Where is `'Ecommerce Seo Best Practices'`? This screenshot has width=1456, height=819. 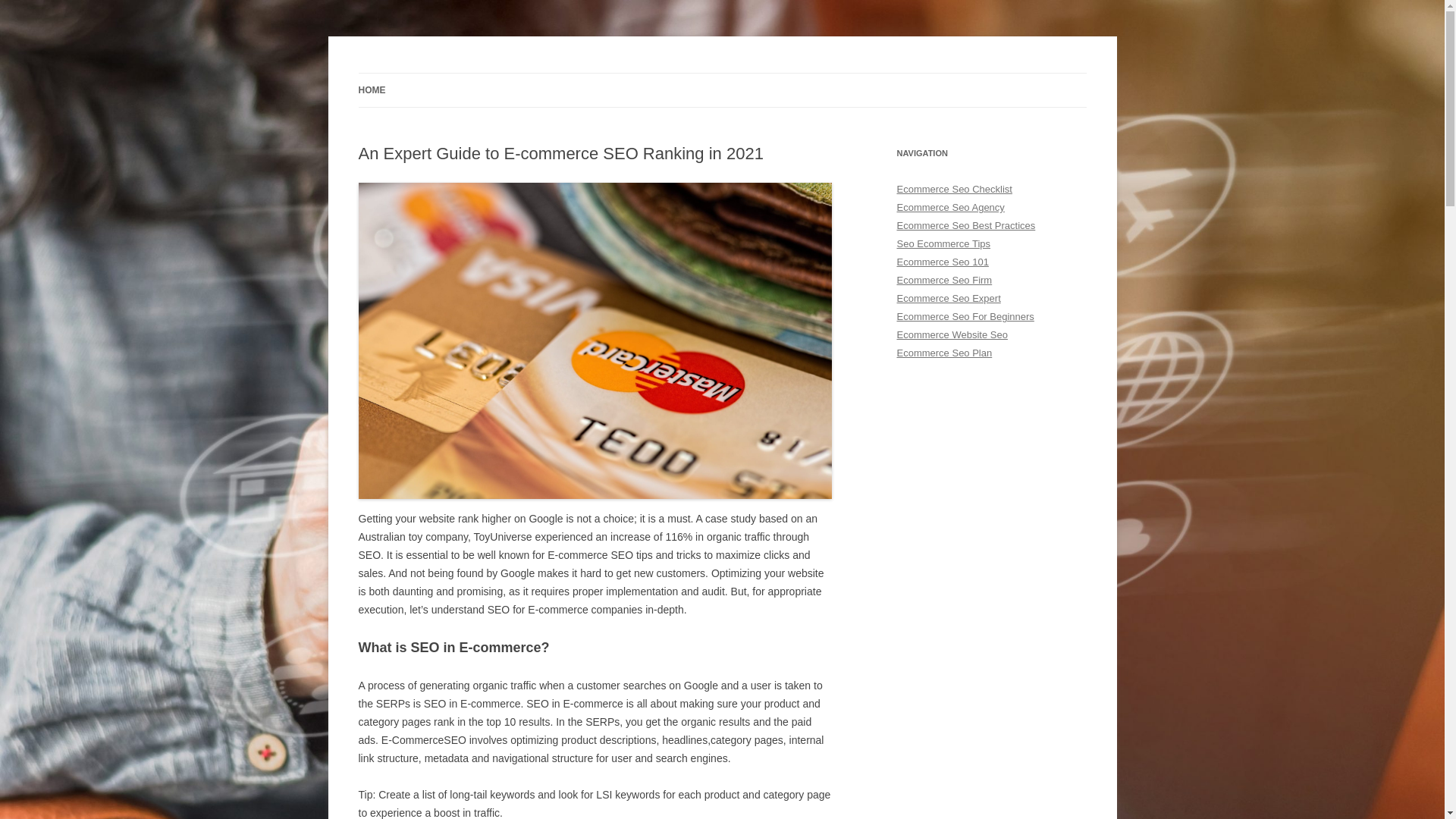
'Ecommerce Seo Best Practices' is located at coordinates (965, 225).